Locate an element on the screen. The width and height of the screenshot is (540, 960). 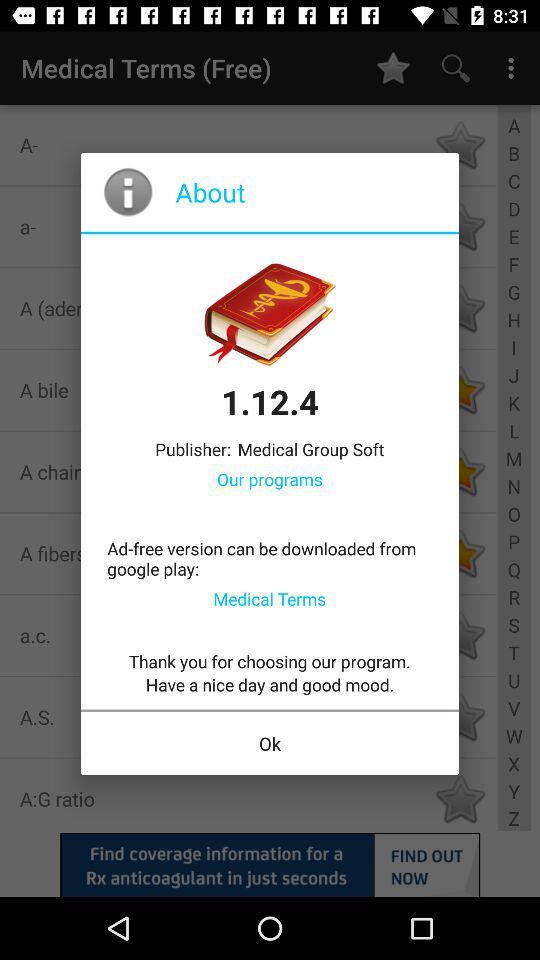
the medical terms item is located at coordinates (269, 598).